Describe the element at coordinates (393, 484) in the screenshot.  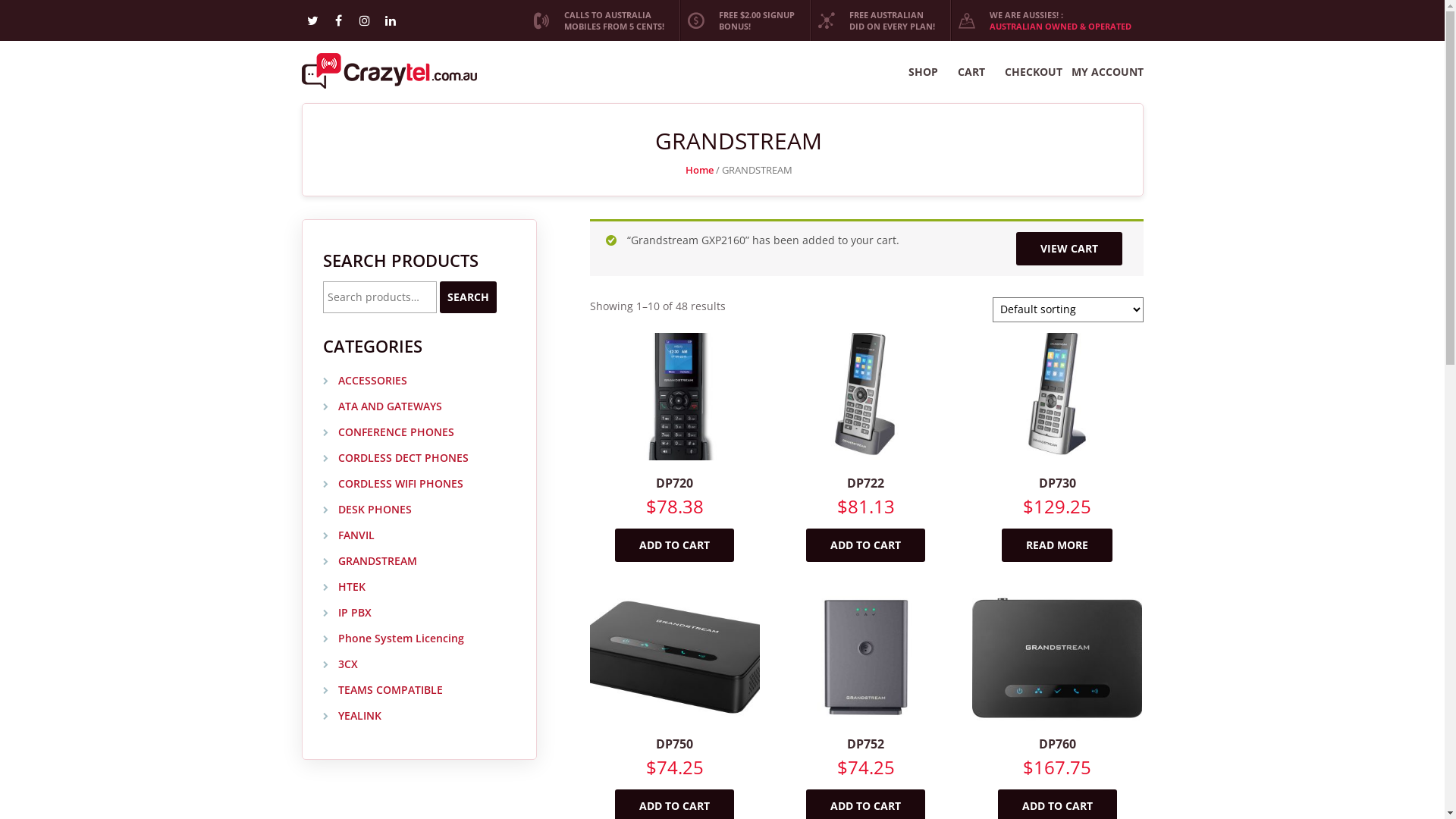
I see `'CORDLESS WIFI PHONES'` at that location.